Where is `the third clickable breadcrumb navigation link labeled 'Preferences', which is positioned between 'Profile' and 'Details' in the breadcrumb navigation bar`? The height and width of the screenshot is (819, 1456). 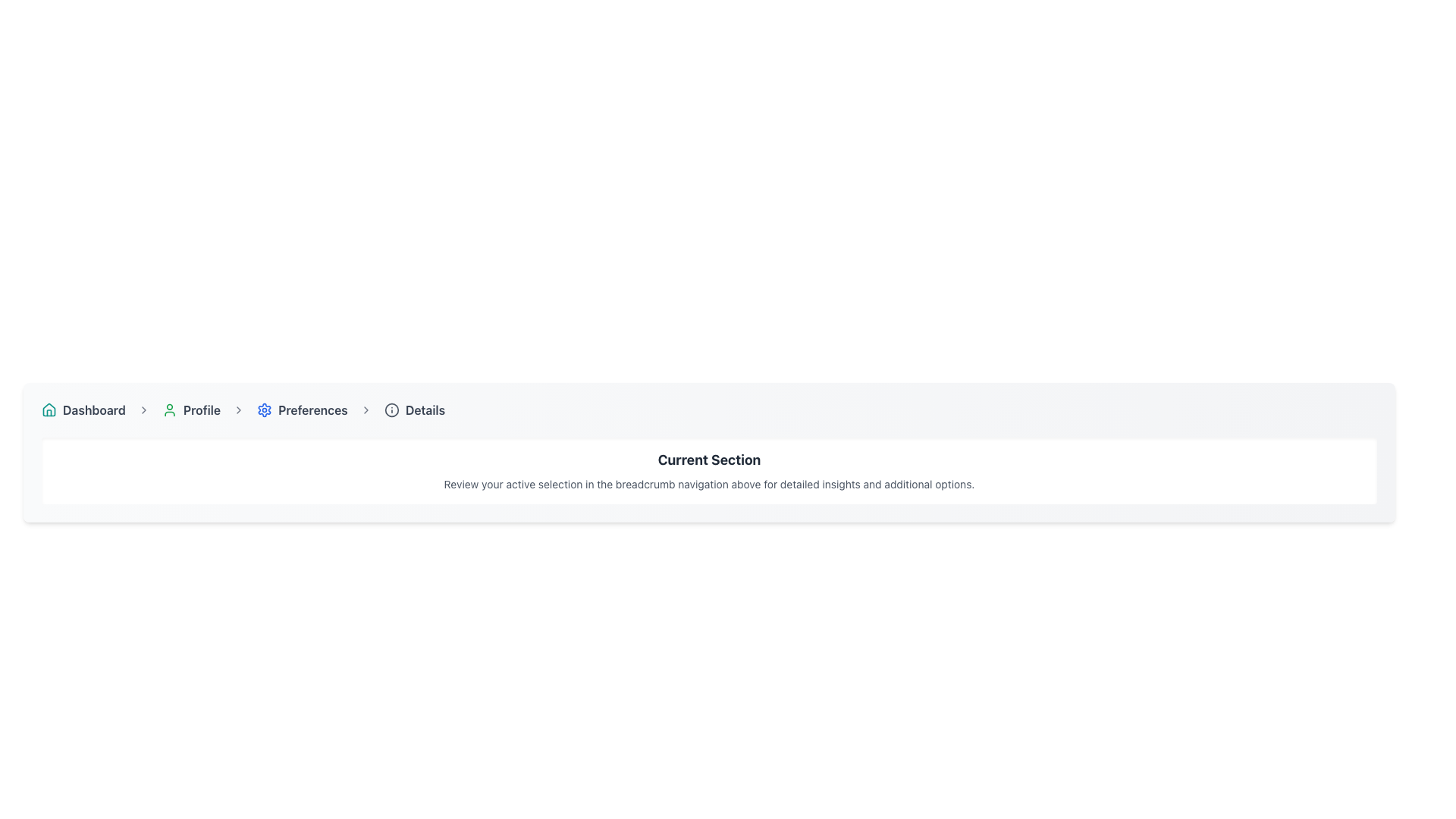 the third clickable breadcrumb navigation link labeled 'Preferences', which is positioned between 'Profile' and 'Details' in the breadcrumb navigation bar is located at coordinates (302, 409).